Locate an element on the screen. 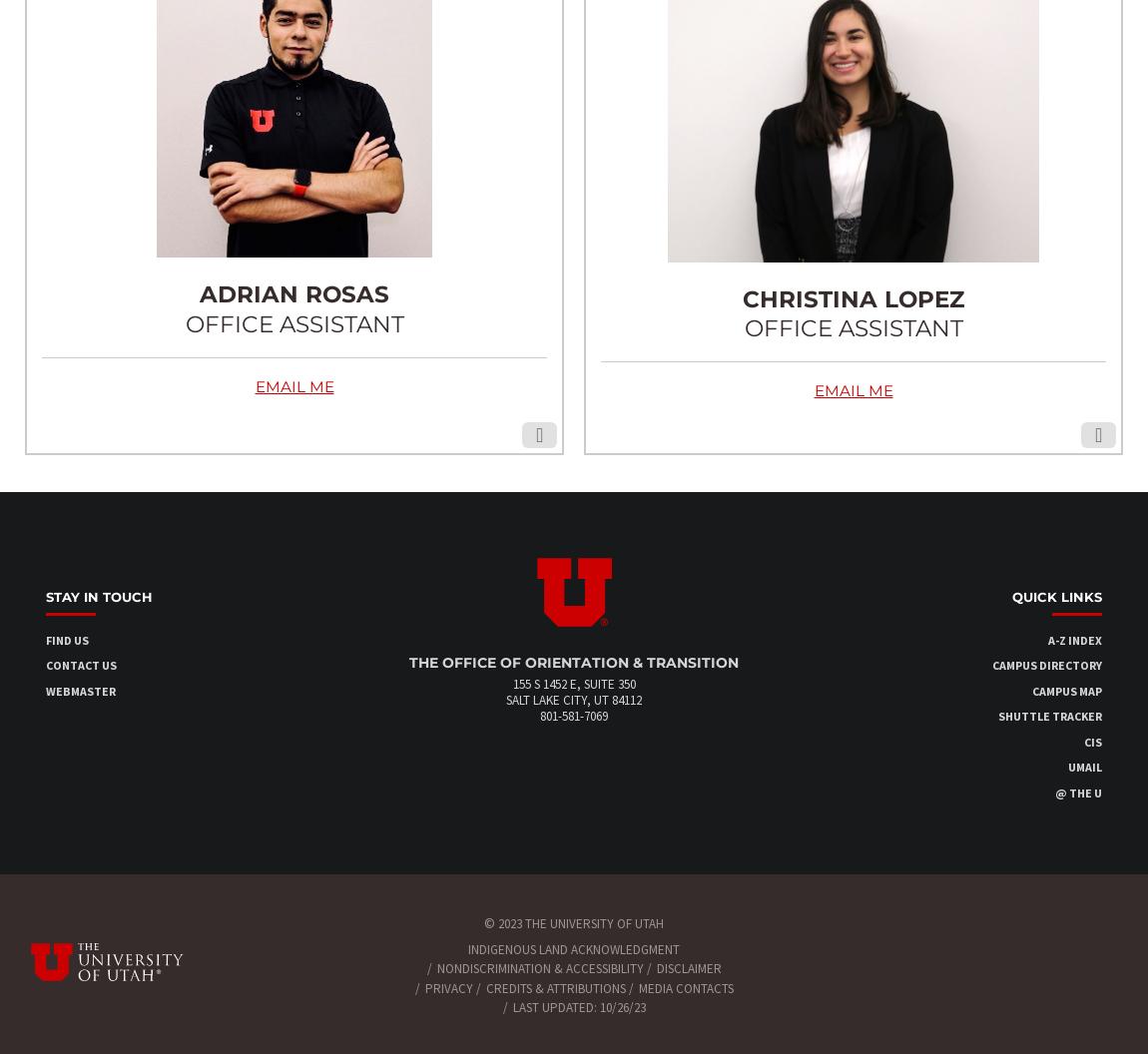 The height and width of the screenshot is (1054, 1148). 'Privacy' is located at coordinates (447, 987).